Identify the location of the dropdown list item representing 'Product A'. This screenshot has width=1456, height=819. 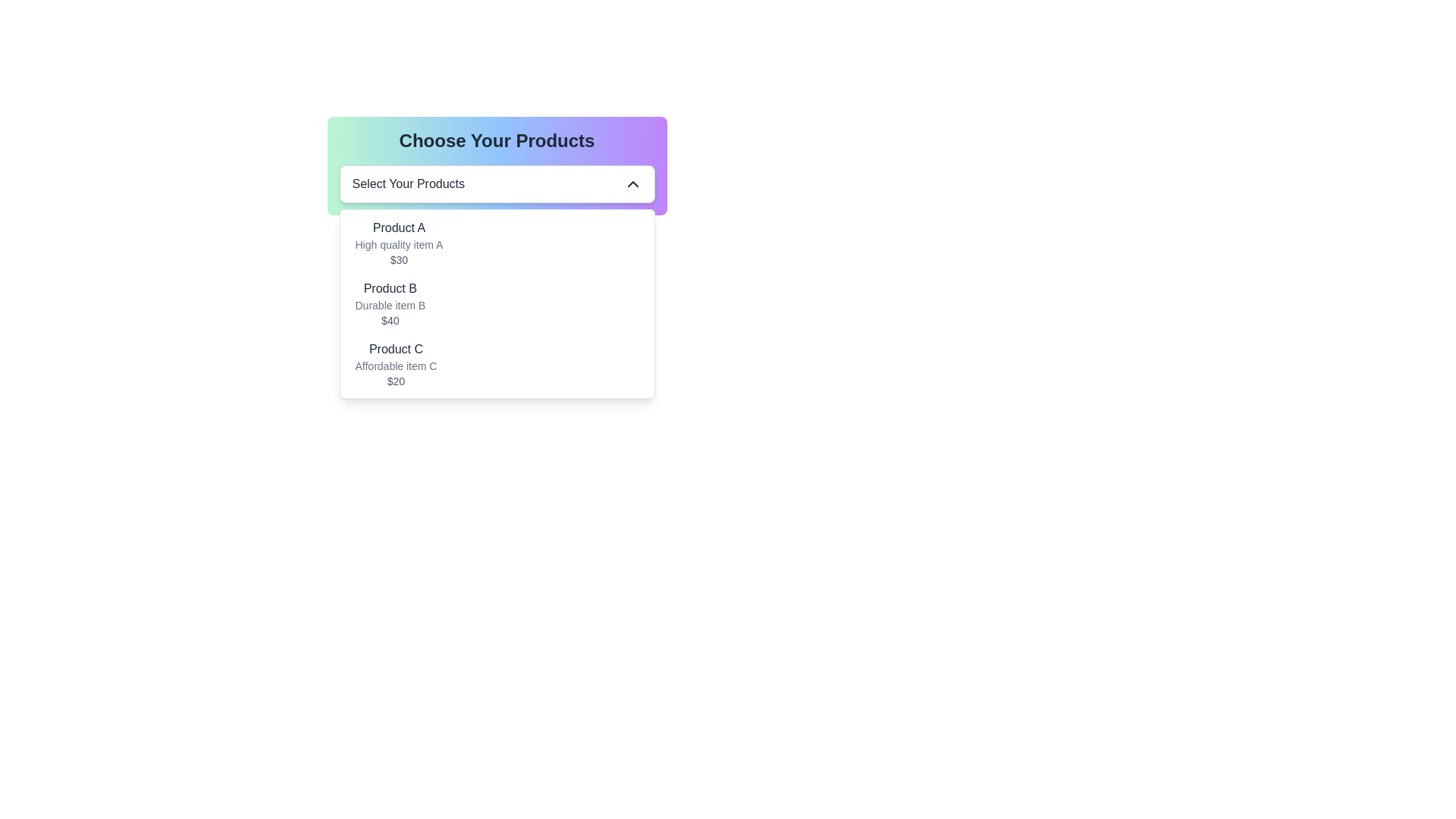
(399, 242).